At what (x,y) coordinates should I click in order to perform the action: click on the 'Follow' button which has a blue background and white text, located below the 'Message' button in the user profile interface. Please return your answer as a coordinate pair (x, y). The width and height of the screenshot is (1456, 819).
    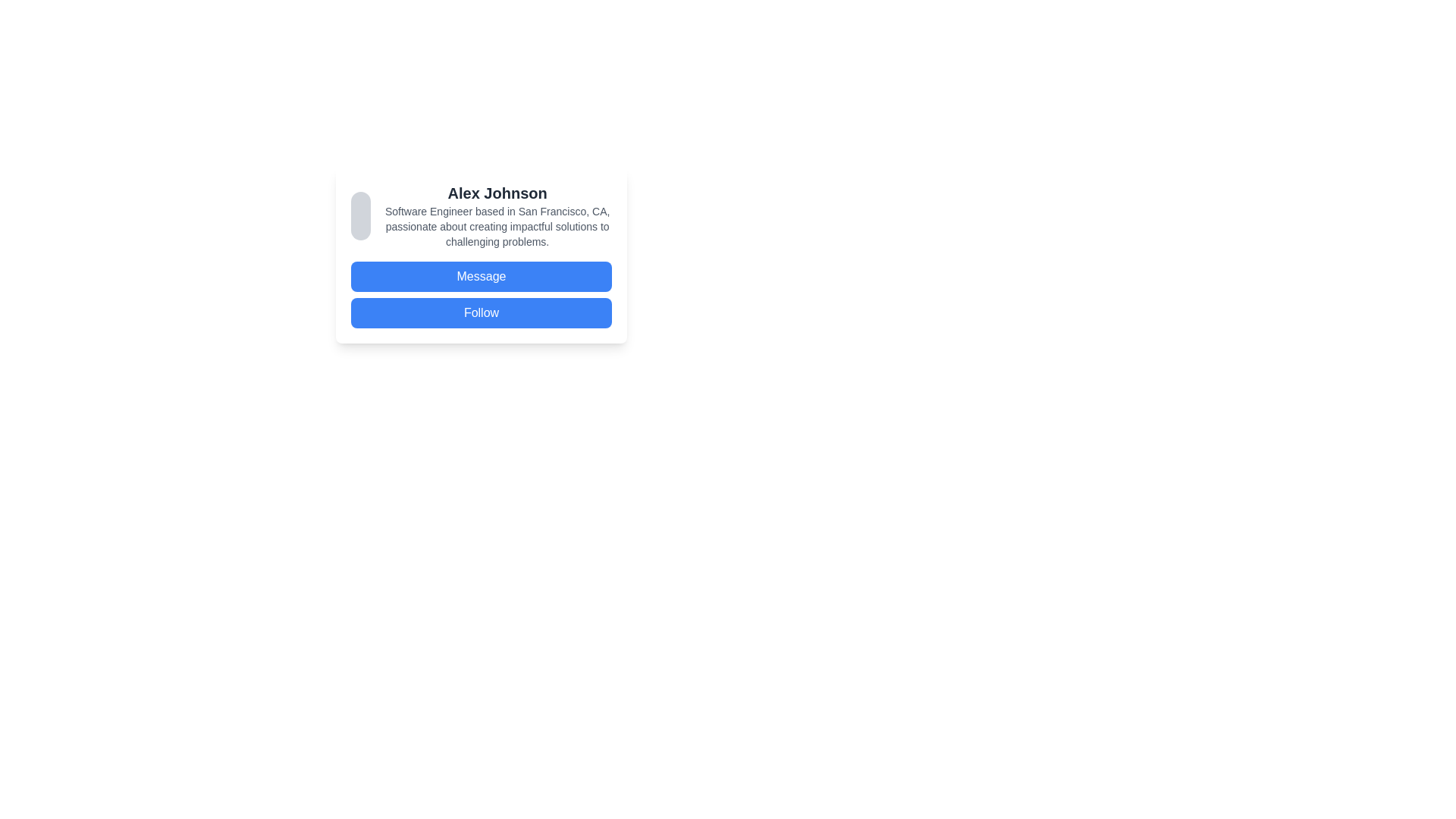
    Looking at the image, I should click on (480, 312).